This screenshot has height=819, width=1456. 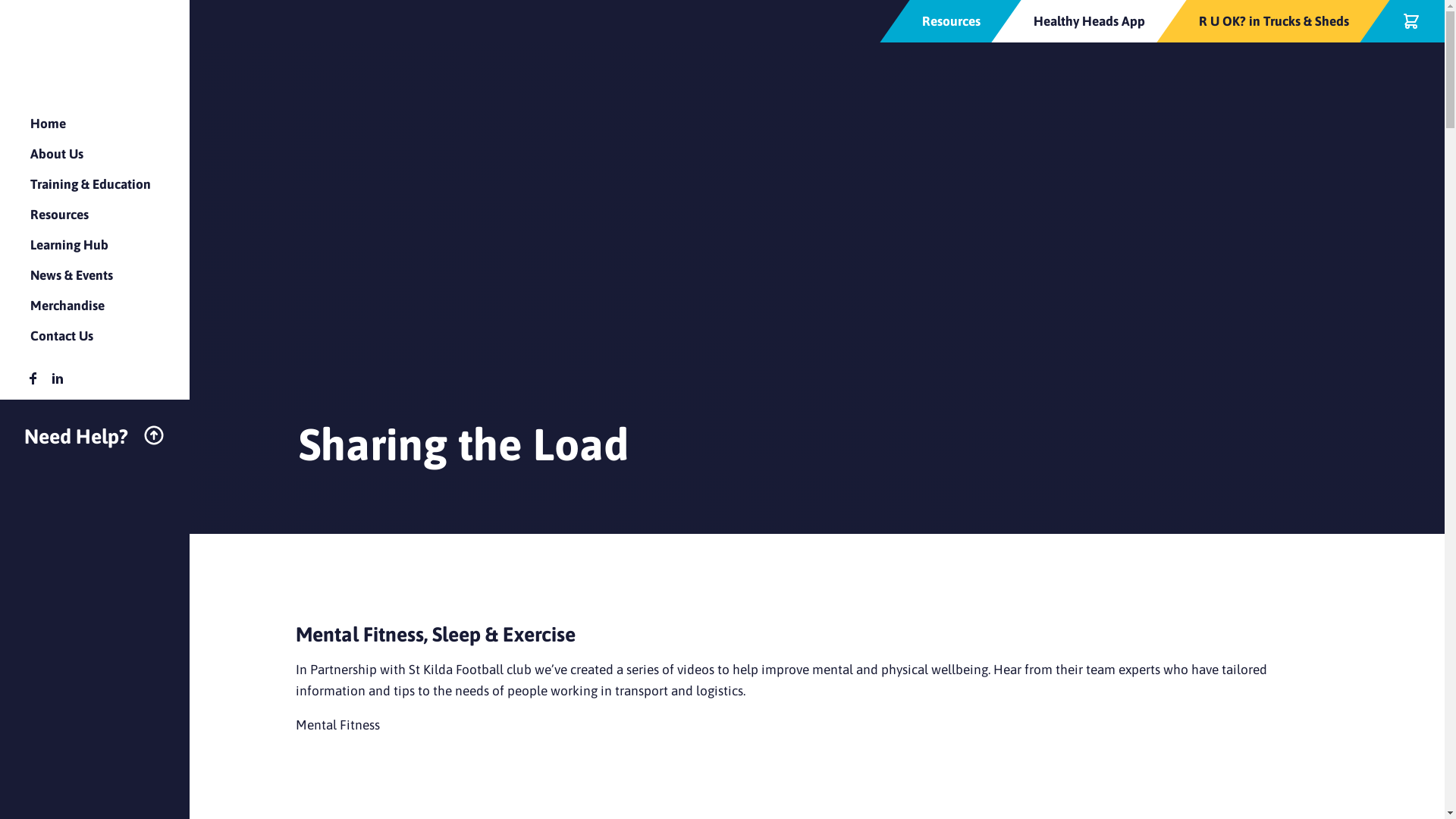 What do you see at coordinates (68, 244) in the screenshot?
I see `'Learning Hub'` at bounding box center [68, 244].